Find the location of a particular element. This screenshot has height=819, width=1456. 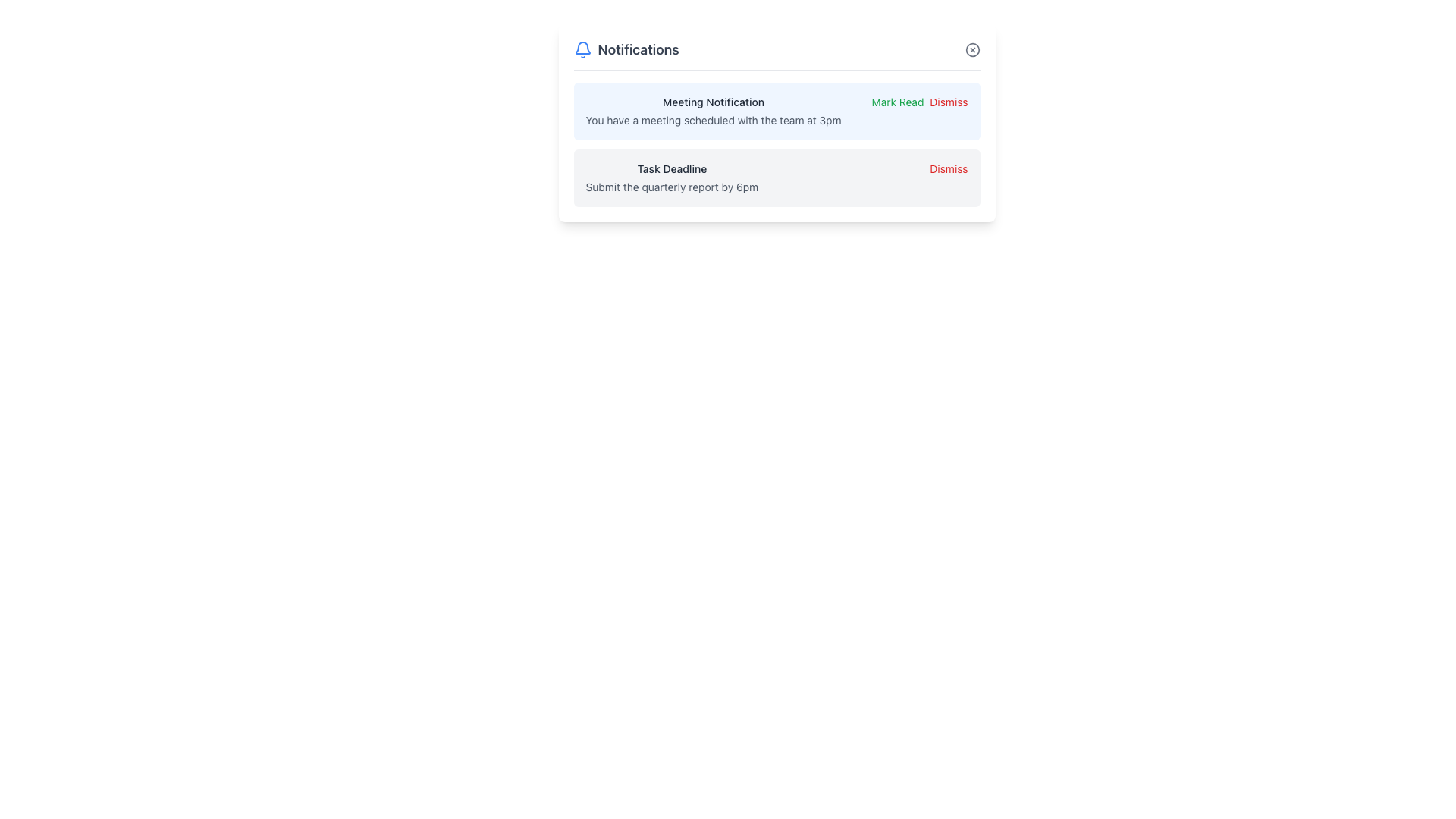

information conveyed by the 'Task Deadline' informational text block, which displays a bold title and descriptive text about submitting a quarterly report is located at coordinates (671, 177).